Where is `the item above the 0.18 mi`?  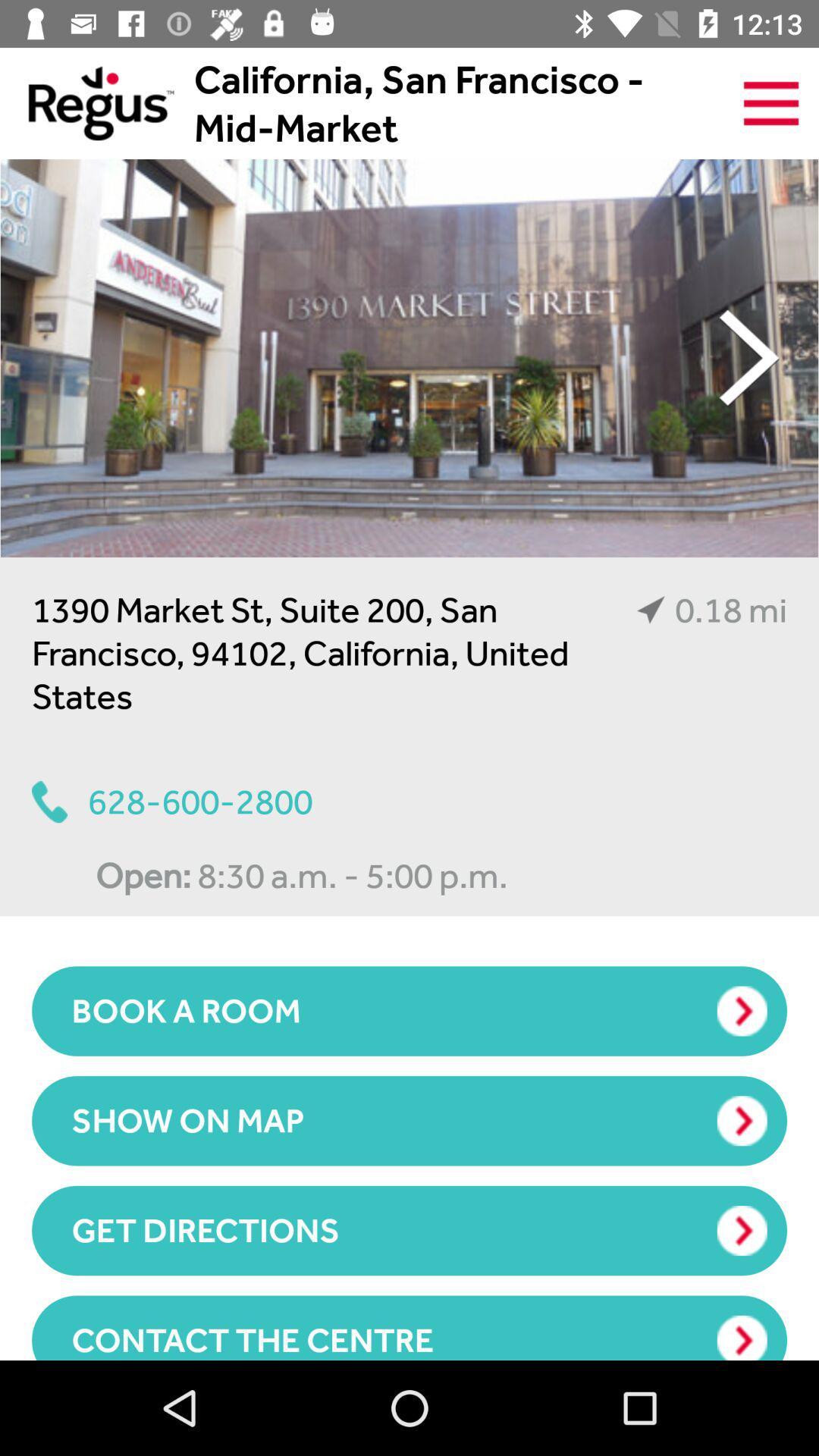 the item above the 0.18 mi is located at coordinates (748, 357).